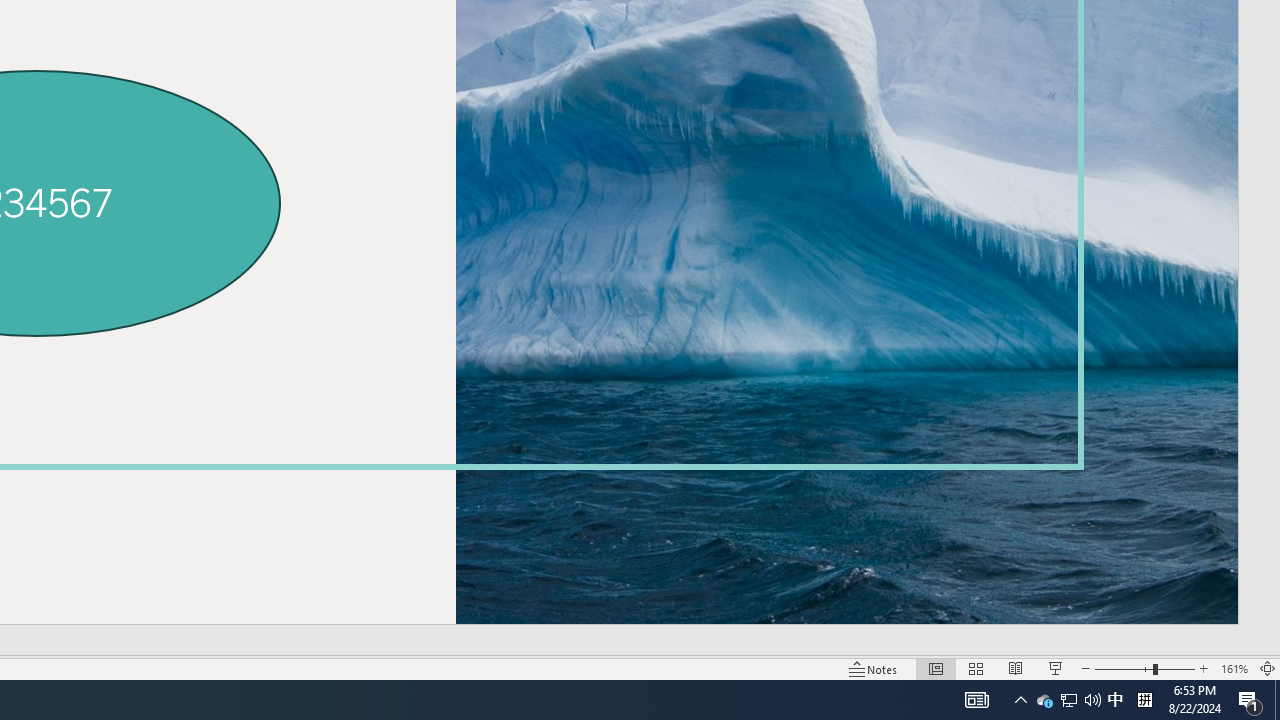  Describe the element at coordinates (1203, 669) in the screenshot. I see `'Zoom In'` at that location.